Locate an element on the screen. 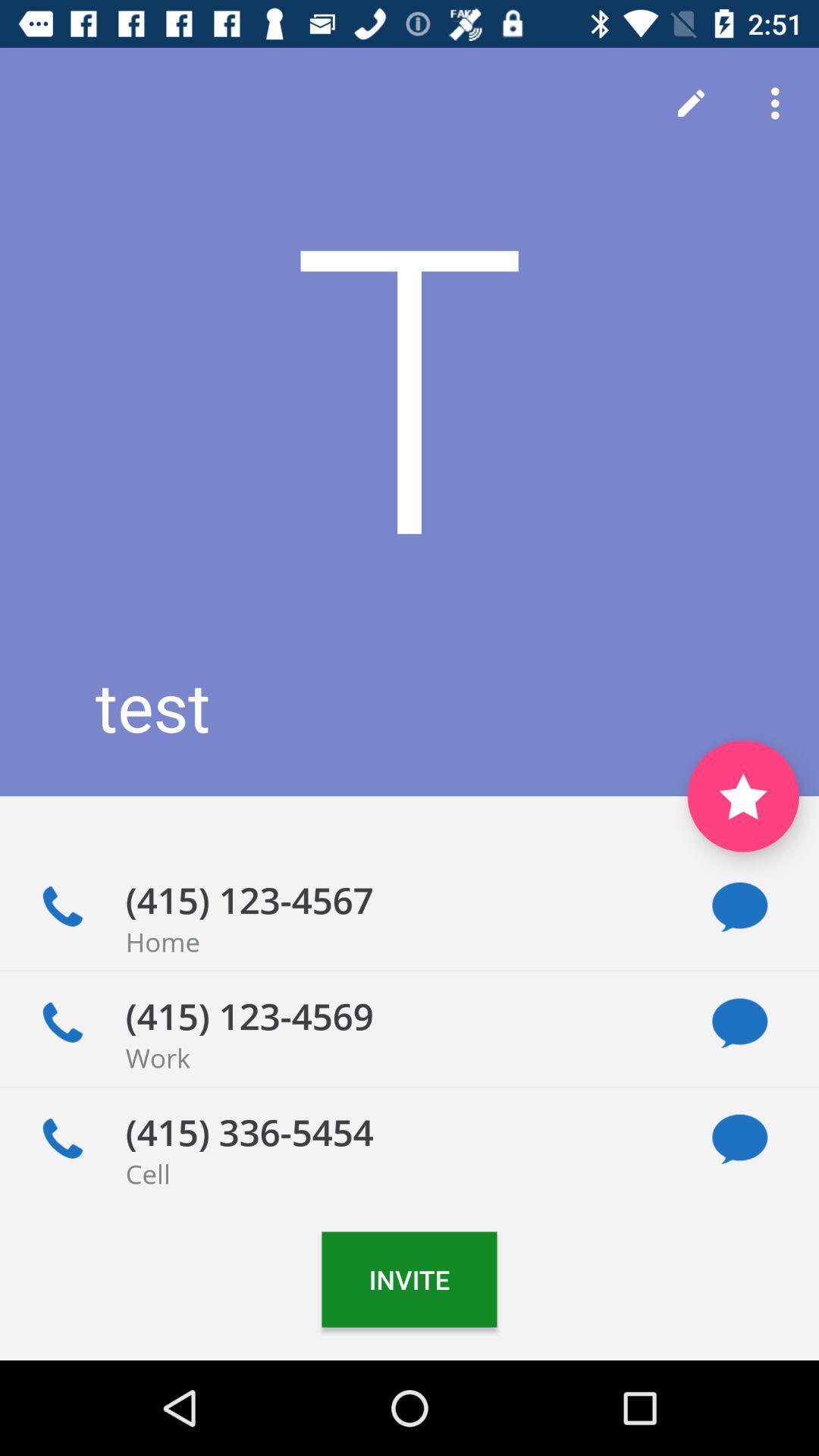 This screenshot has height=1456, width=819. the star icon is located at coordinates (742, 795).